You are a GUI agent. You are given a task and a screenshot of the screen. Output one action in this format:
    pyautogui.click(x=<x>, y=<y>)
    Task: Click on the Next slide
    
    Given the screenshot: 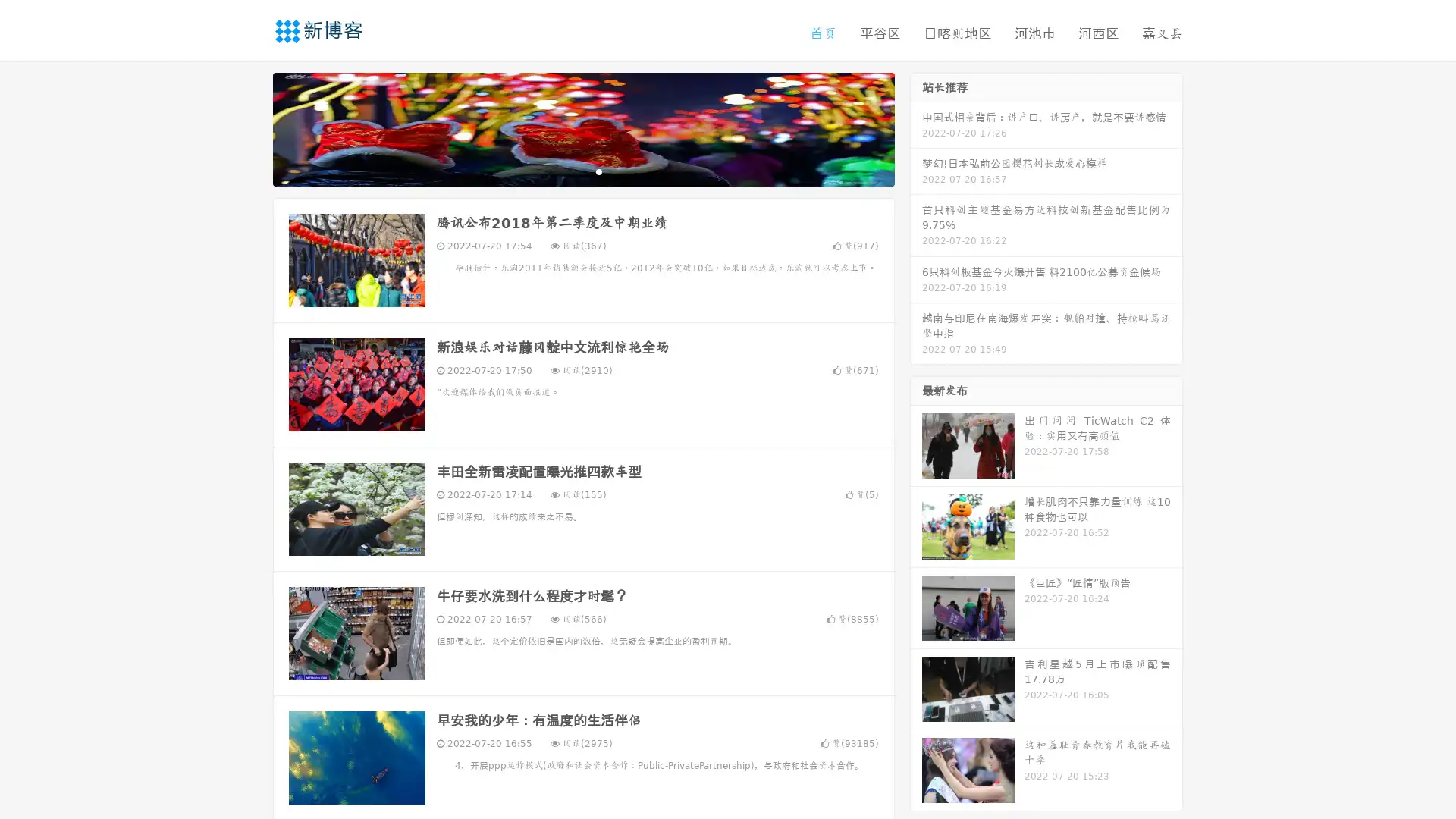 What is the action you would take?
    pyautogui.click(x=916, y=127)
    